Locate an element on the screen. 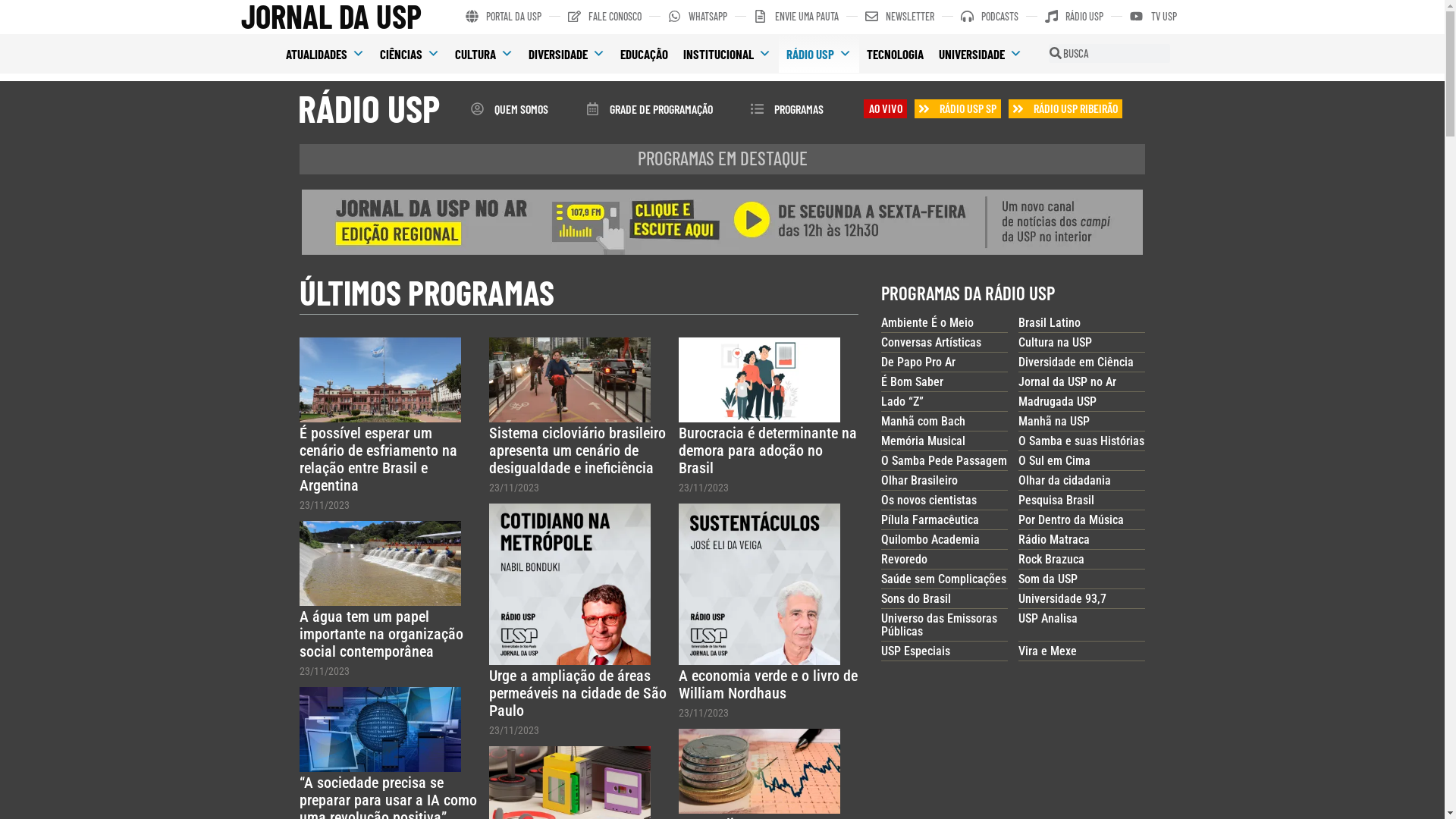 This screenshot has width=1456, height=819. 'De Papo Pro Ar' is located at coordinates (917, 362).